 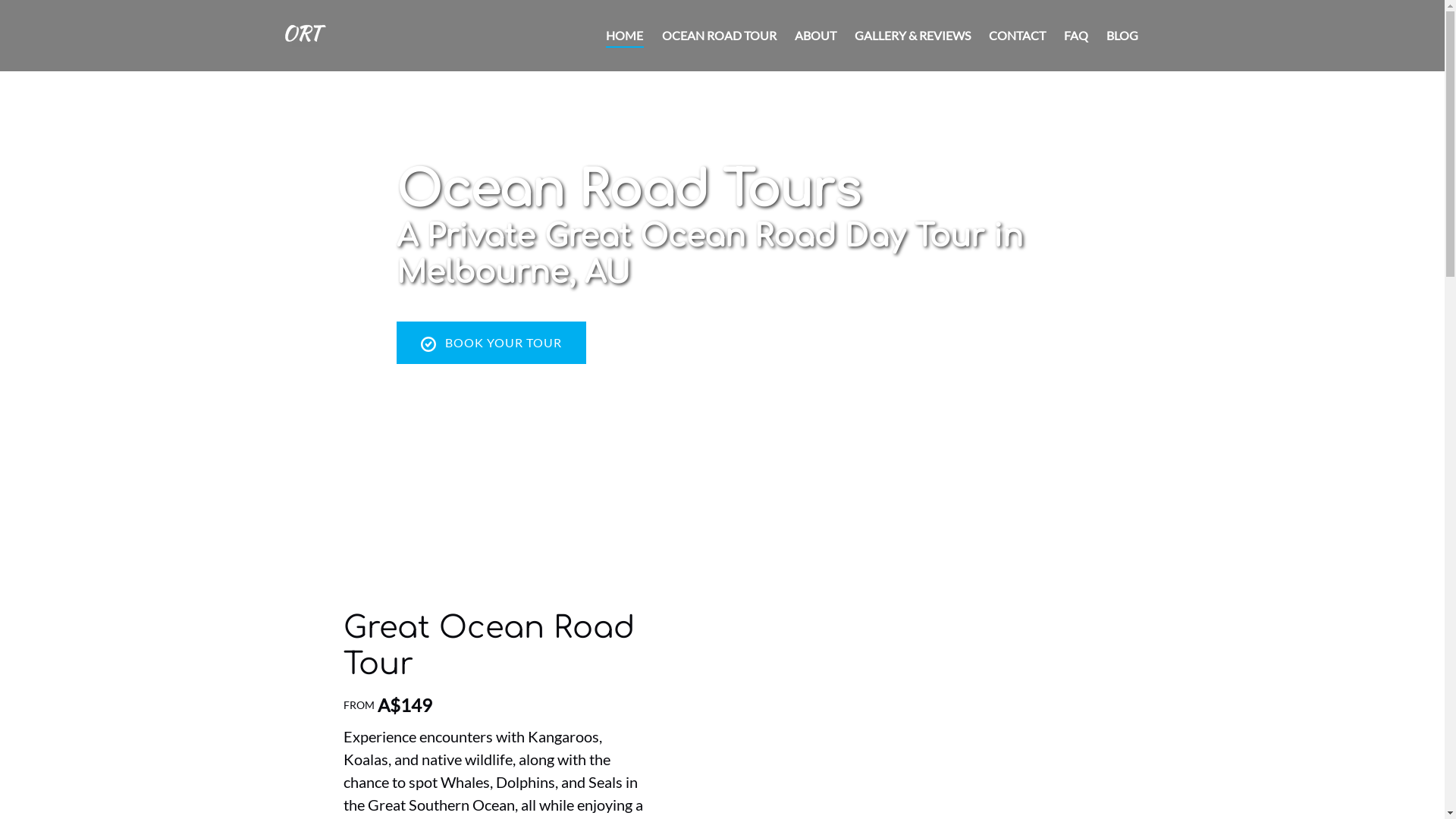 What do you see at coordinates (625, 34) in the screenshot?
I see `'HOME'` at bounding box center [625, 34].